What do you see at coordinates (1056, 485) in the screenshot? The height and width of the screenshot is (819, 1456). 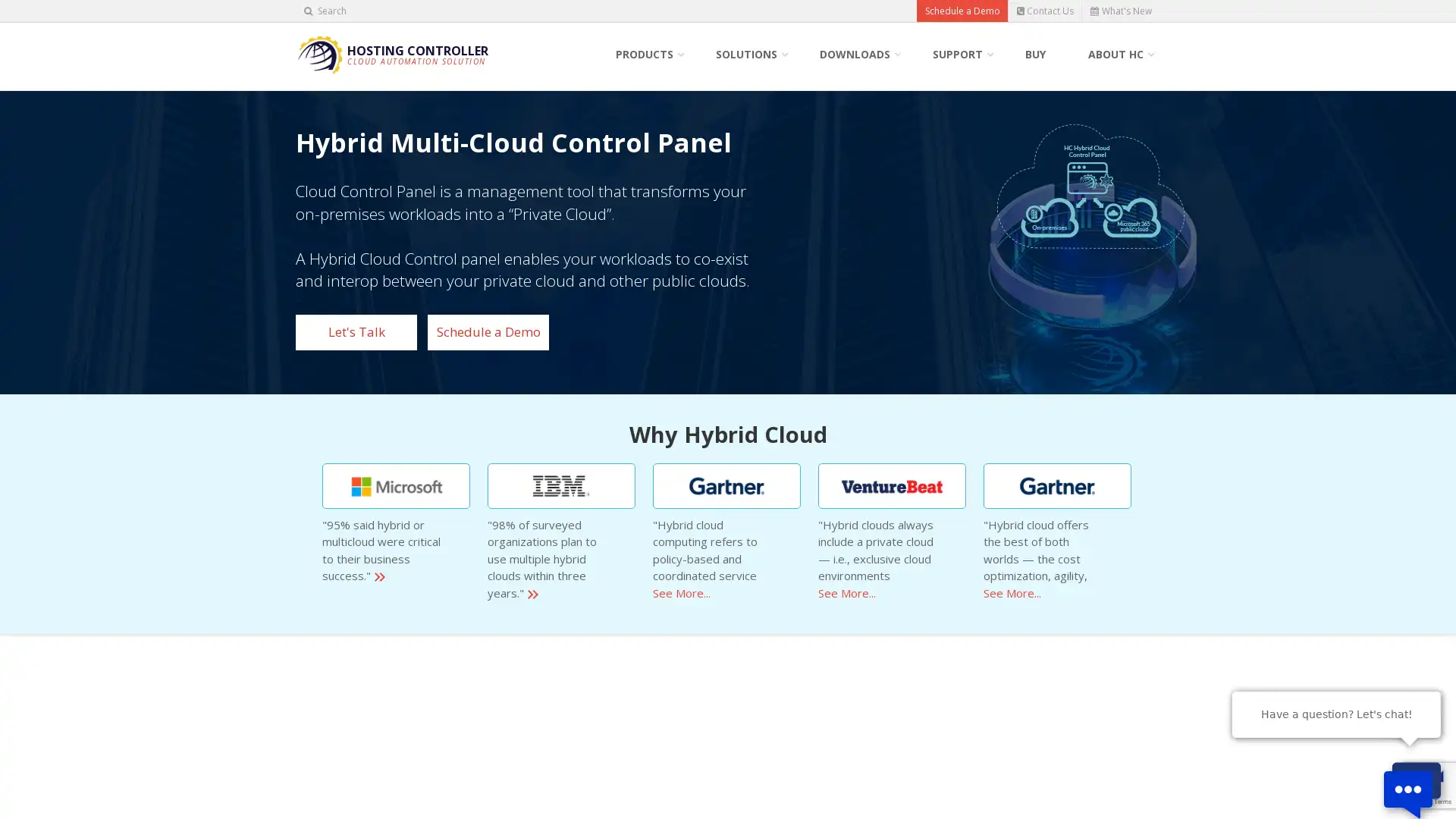 I see `Smarter With Gartner` at bounding box center [1056, 485].